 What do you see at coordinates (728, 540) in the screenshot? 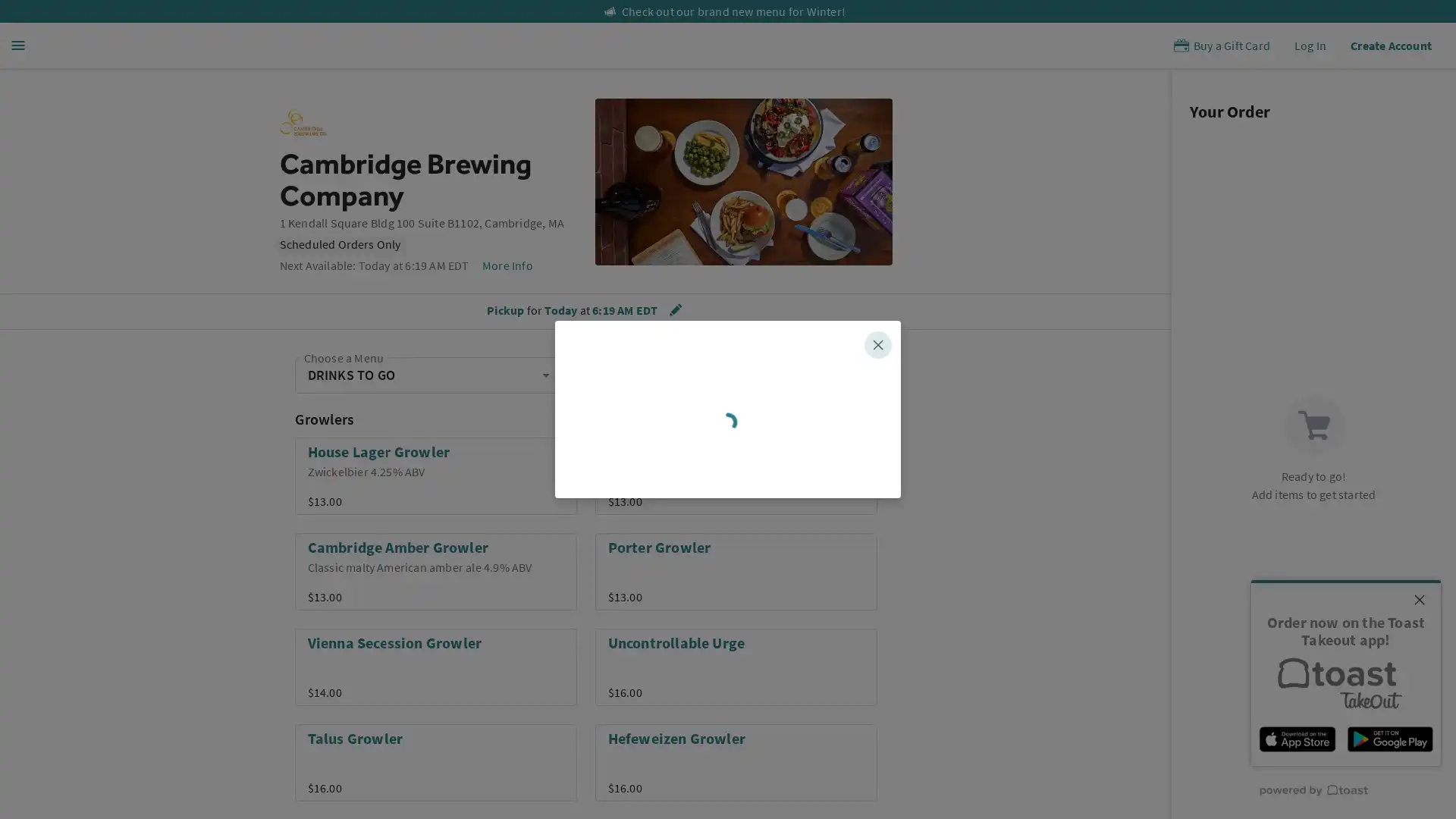
I see `Start Order` at bounding box center [728, 540].